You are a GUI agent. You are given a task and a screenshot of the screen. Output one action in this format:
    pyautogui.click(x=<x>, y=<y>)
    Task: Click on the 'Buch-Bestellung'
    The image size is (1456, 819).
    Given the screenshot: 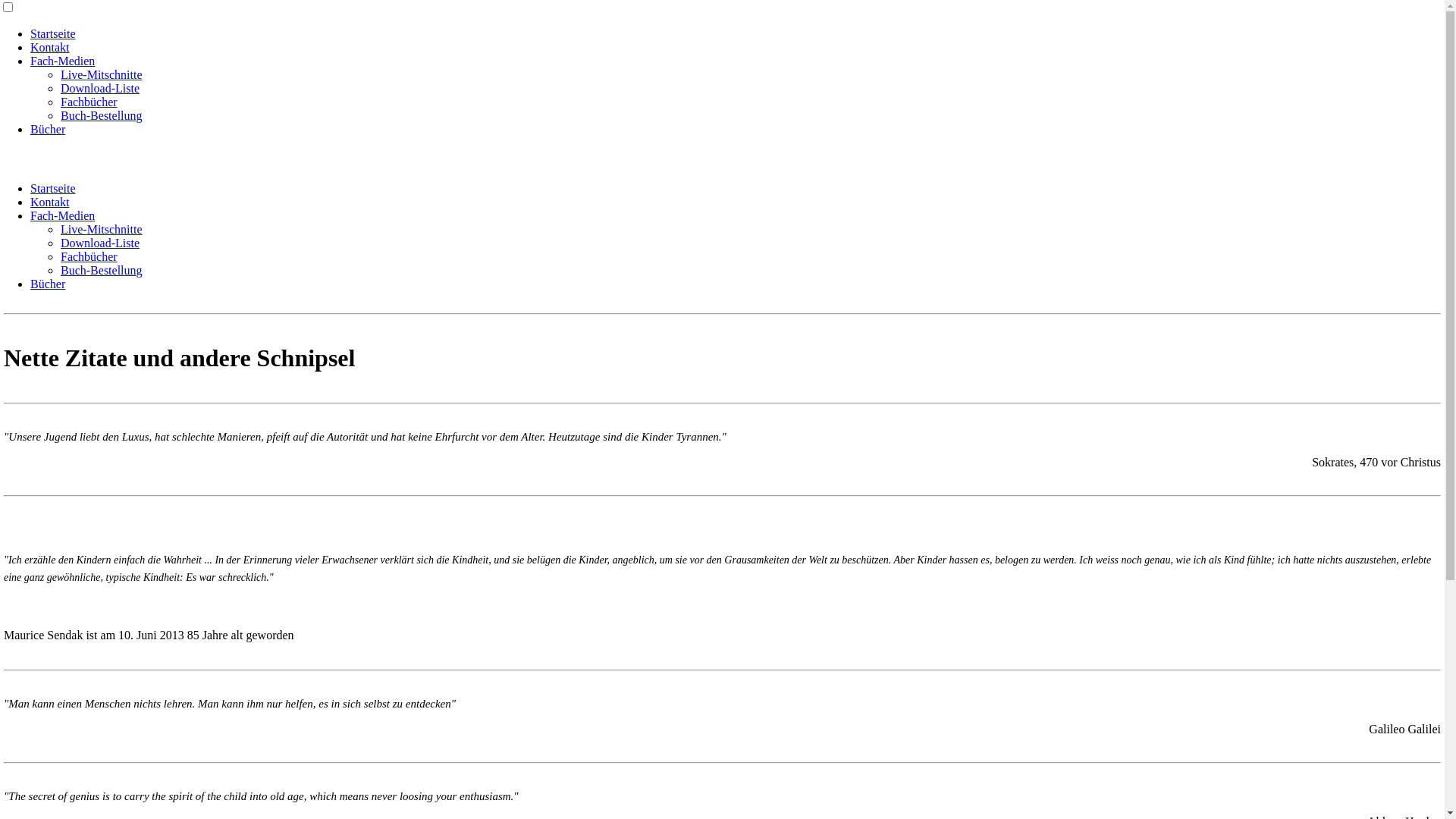 What is the action you would take?
    pyautogui.click(x=61, y=269)
    